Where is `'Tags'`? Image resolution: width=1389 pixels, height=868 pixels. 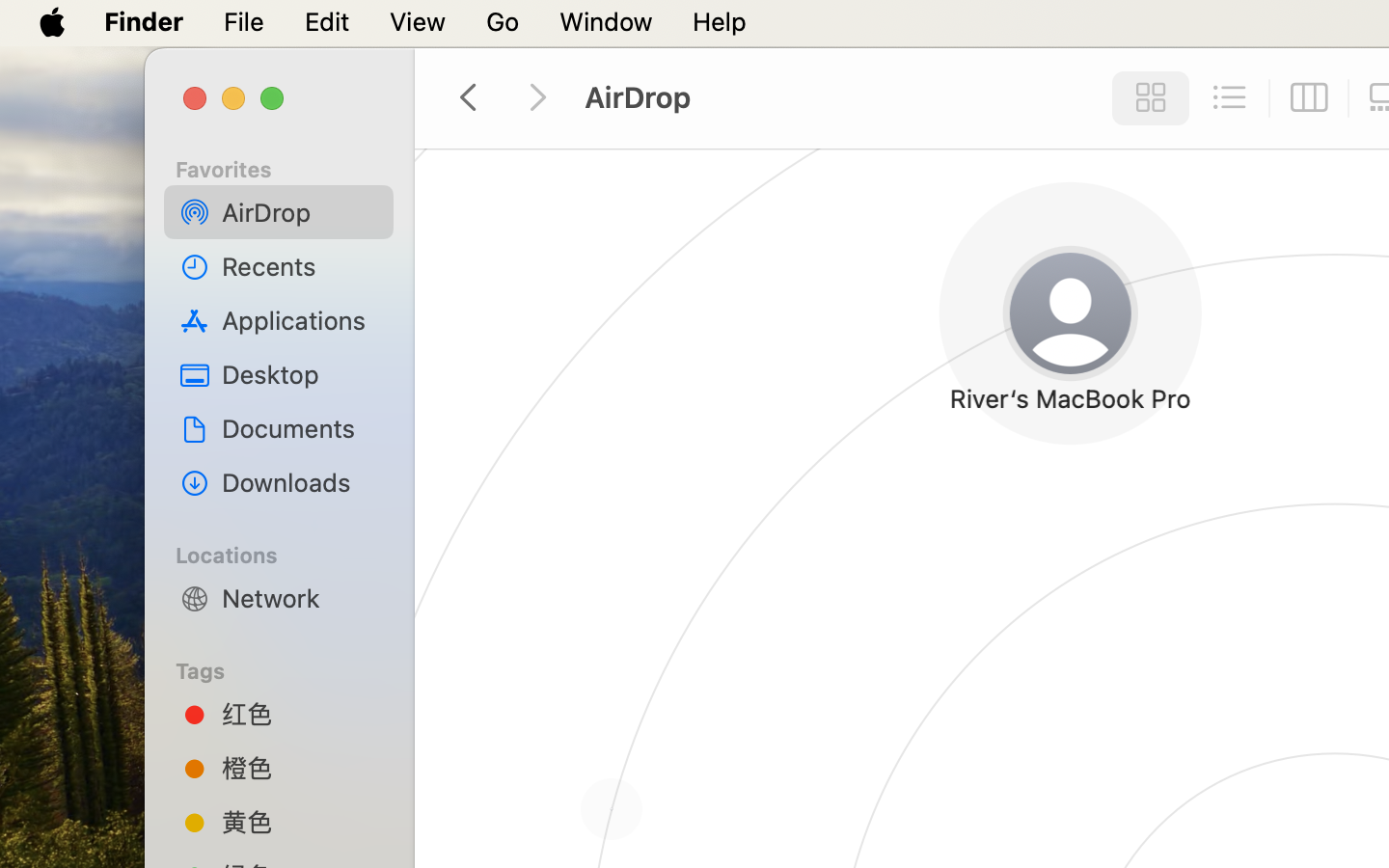 'Tags' is located at coordinates (288, 667).